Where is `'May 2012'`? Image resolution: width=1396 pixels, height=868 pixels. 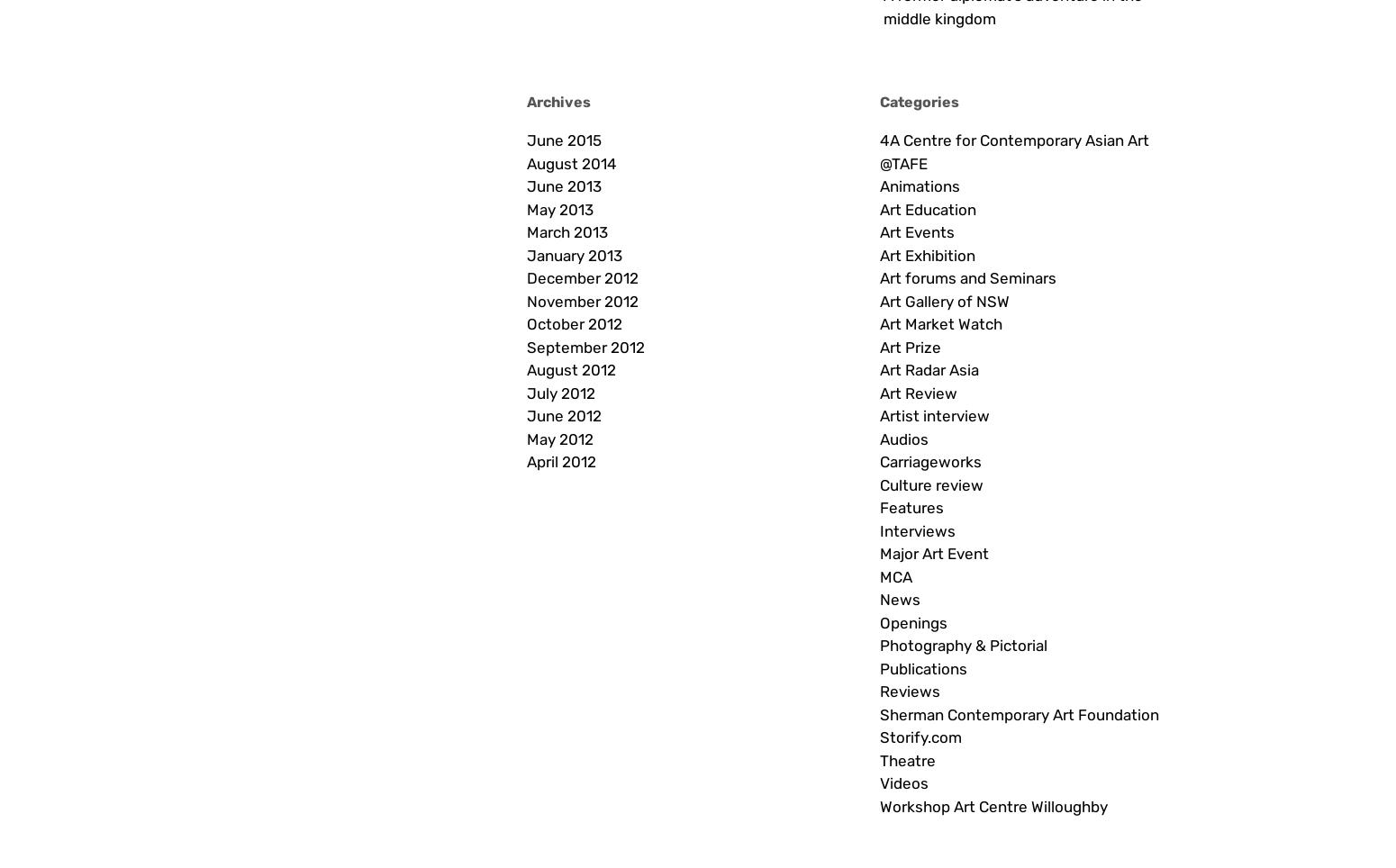 'May 2012' is located at coordinates (526, 438).